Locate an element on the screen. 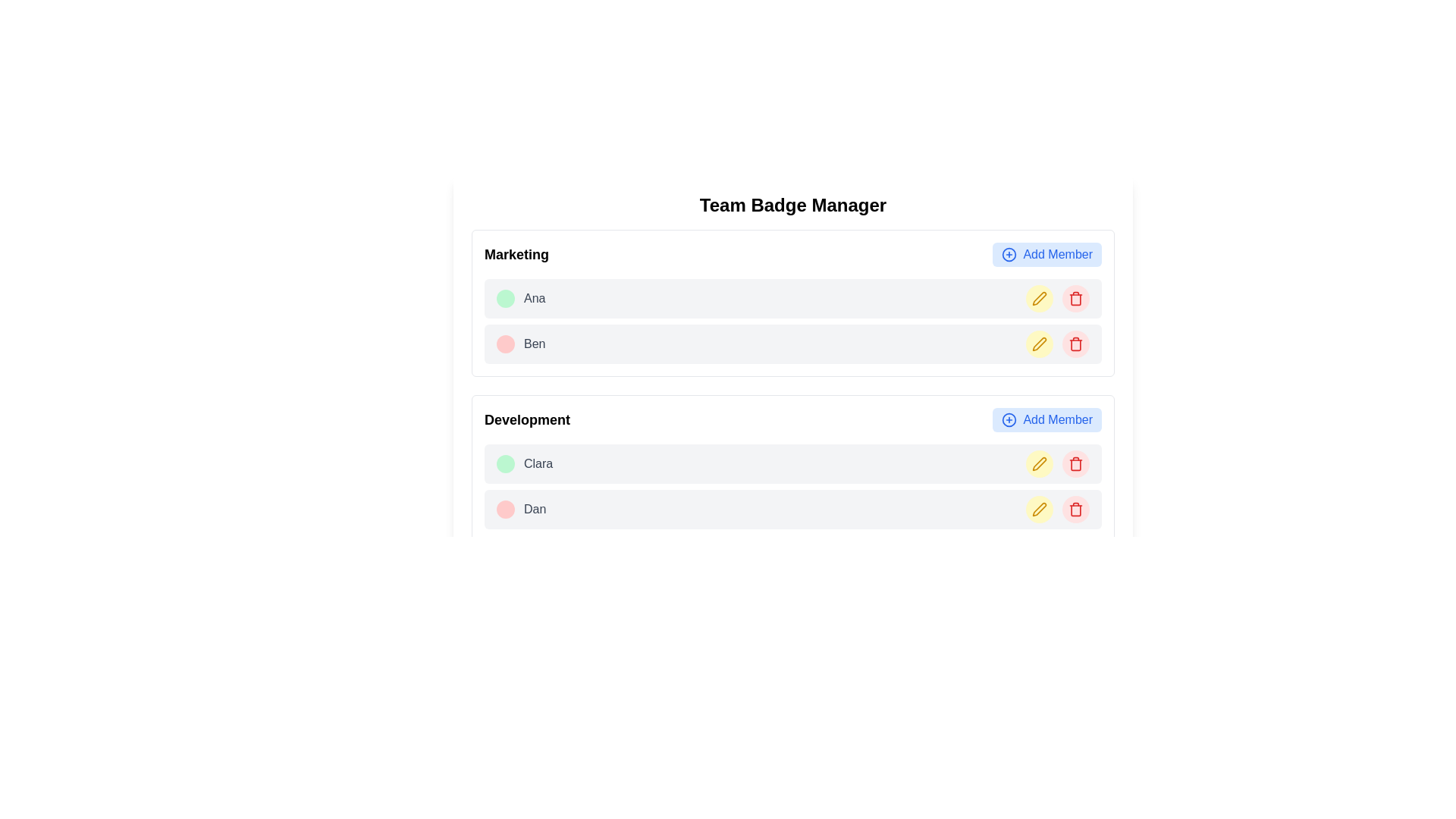  the graphical icon located towards the left of the 'Ana' text in the 'Marketing' section of the badge for its visual information is located at coordinates (514, 301).